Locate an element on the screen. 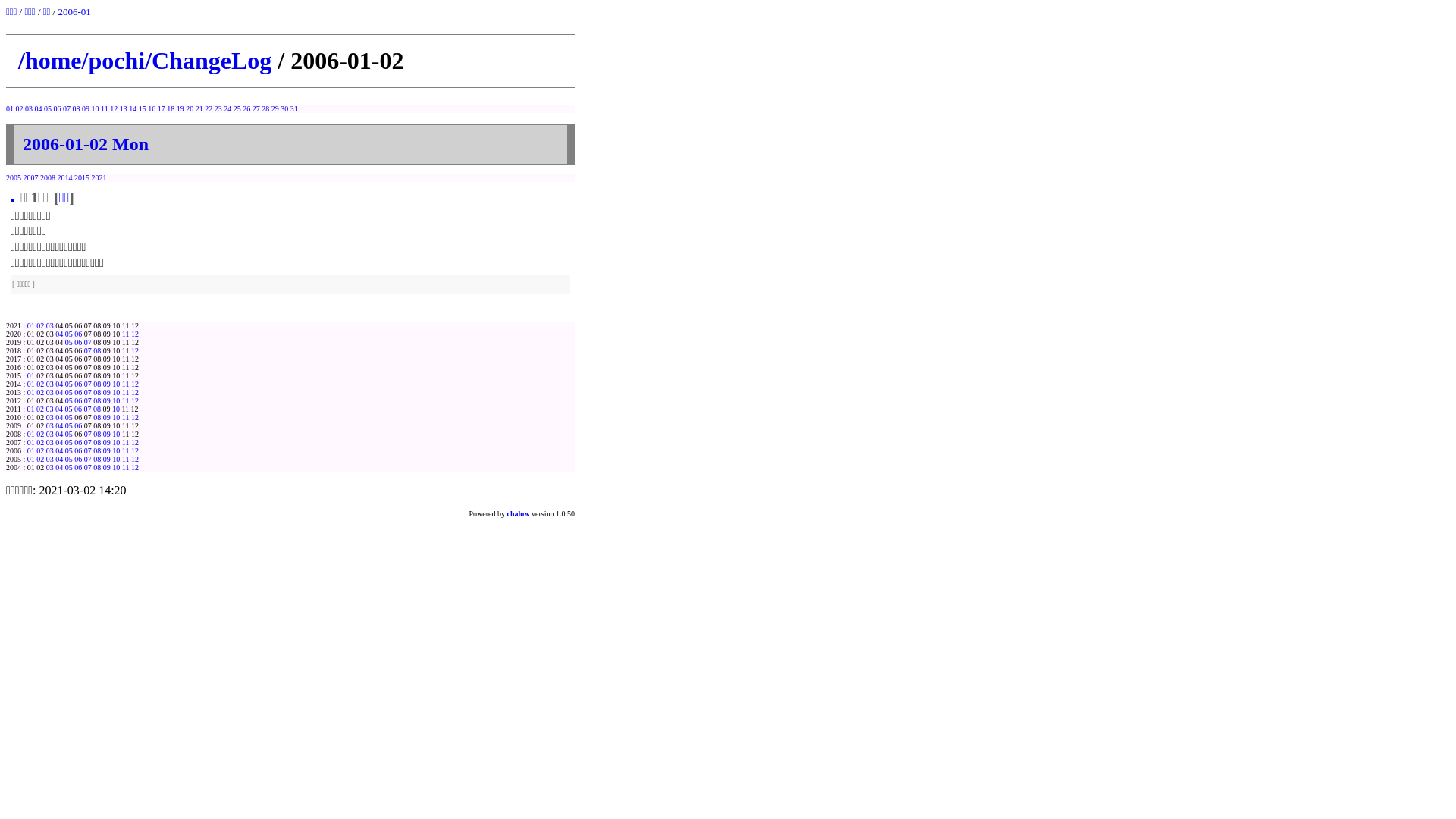  '10' is located at coordinates (115, 417).